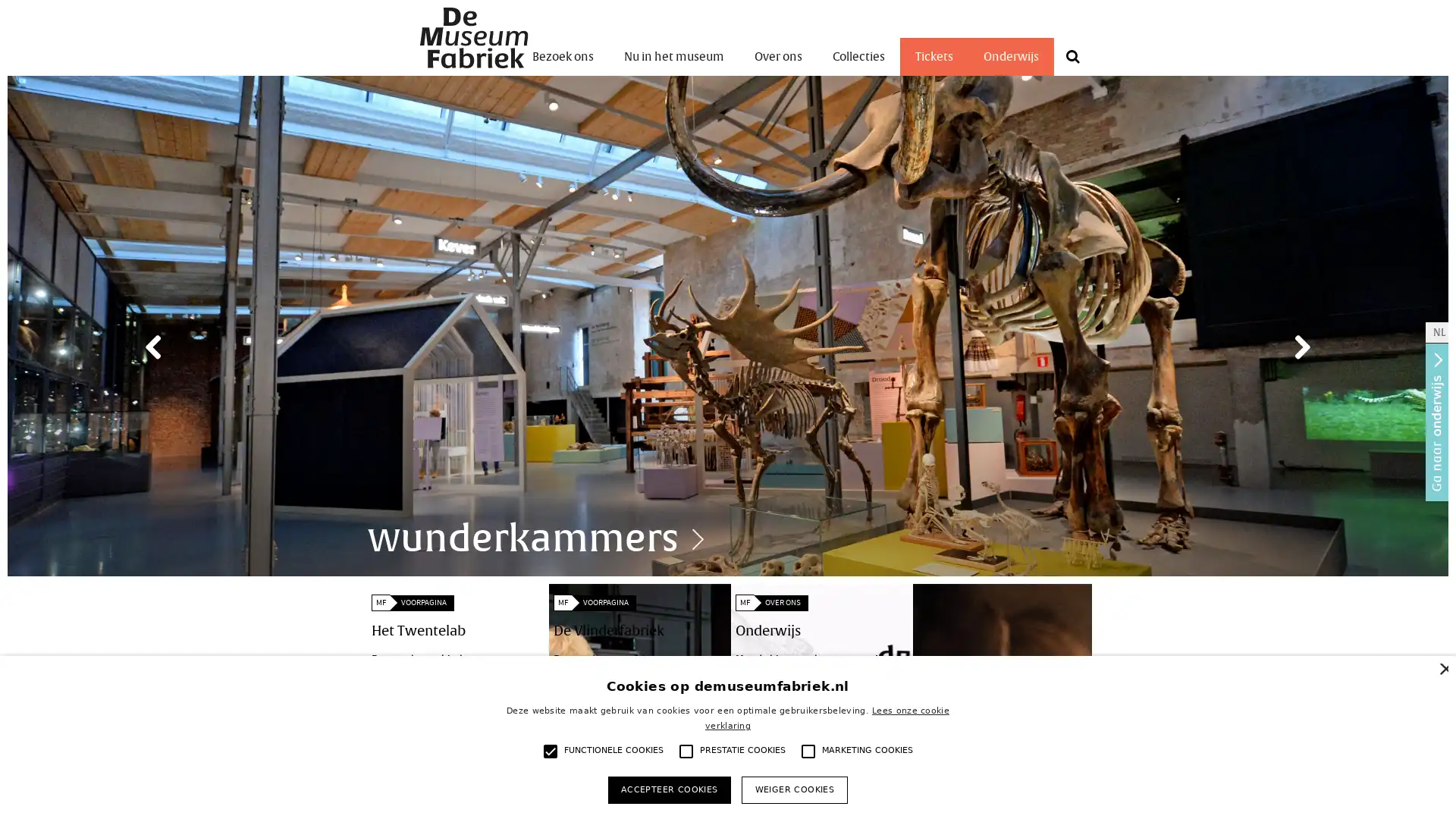 This screenshot has height=819, width=1456. What do you see at coordinates (793, 789) in the screenshot?
I see `WEIGER COOKIES` at bounding box center [793, 789].